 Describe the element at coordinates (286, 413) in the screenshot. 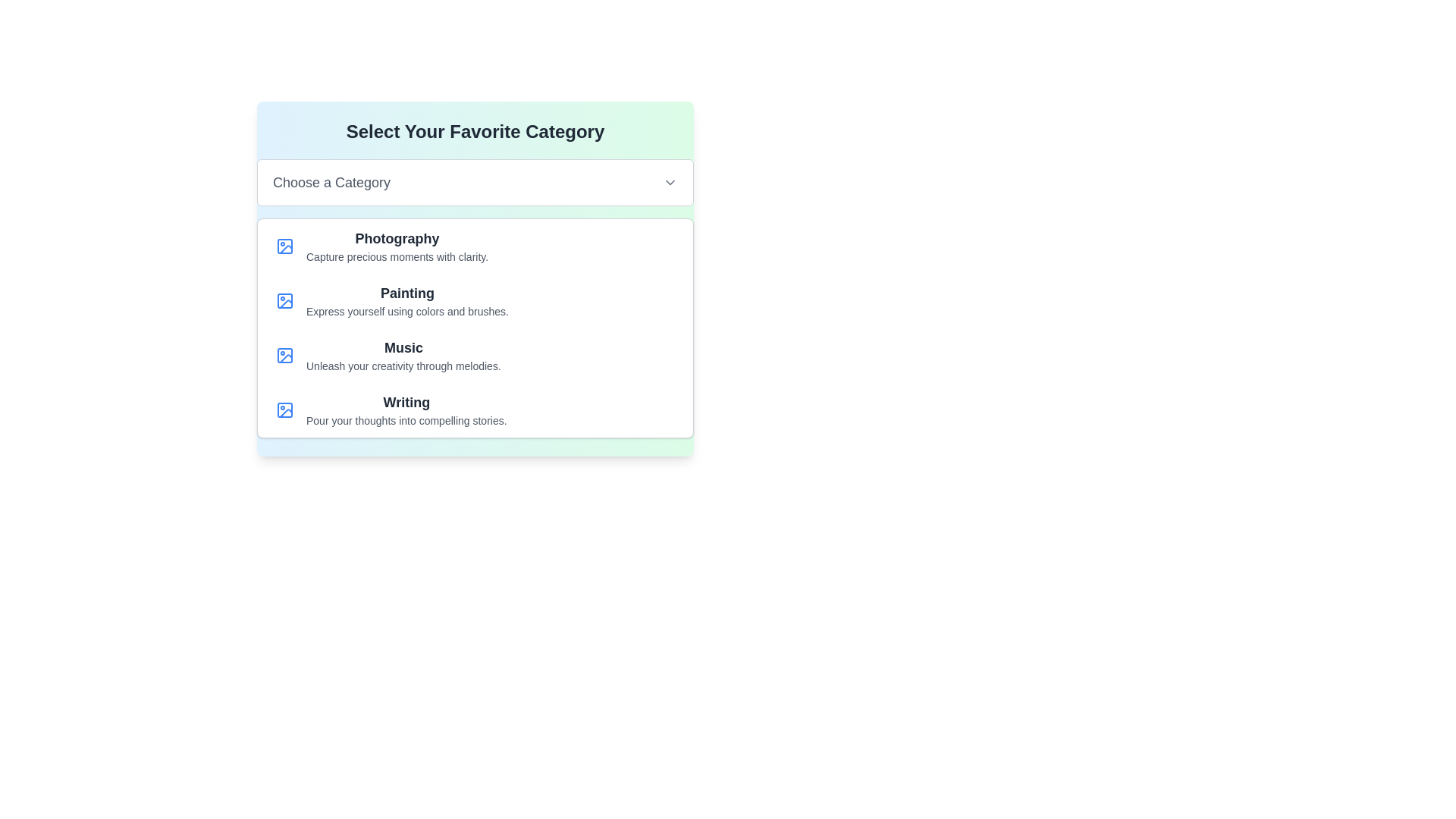

I see `the decorative icon element representing 'Writing' located in the lower-right corner of its icon in the fourth row of the category list panel` at that location.